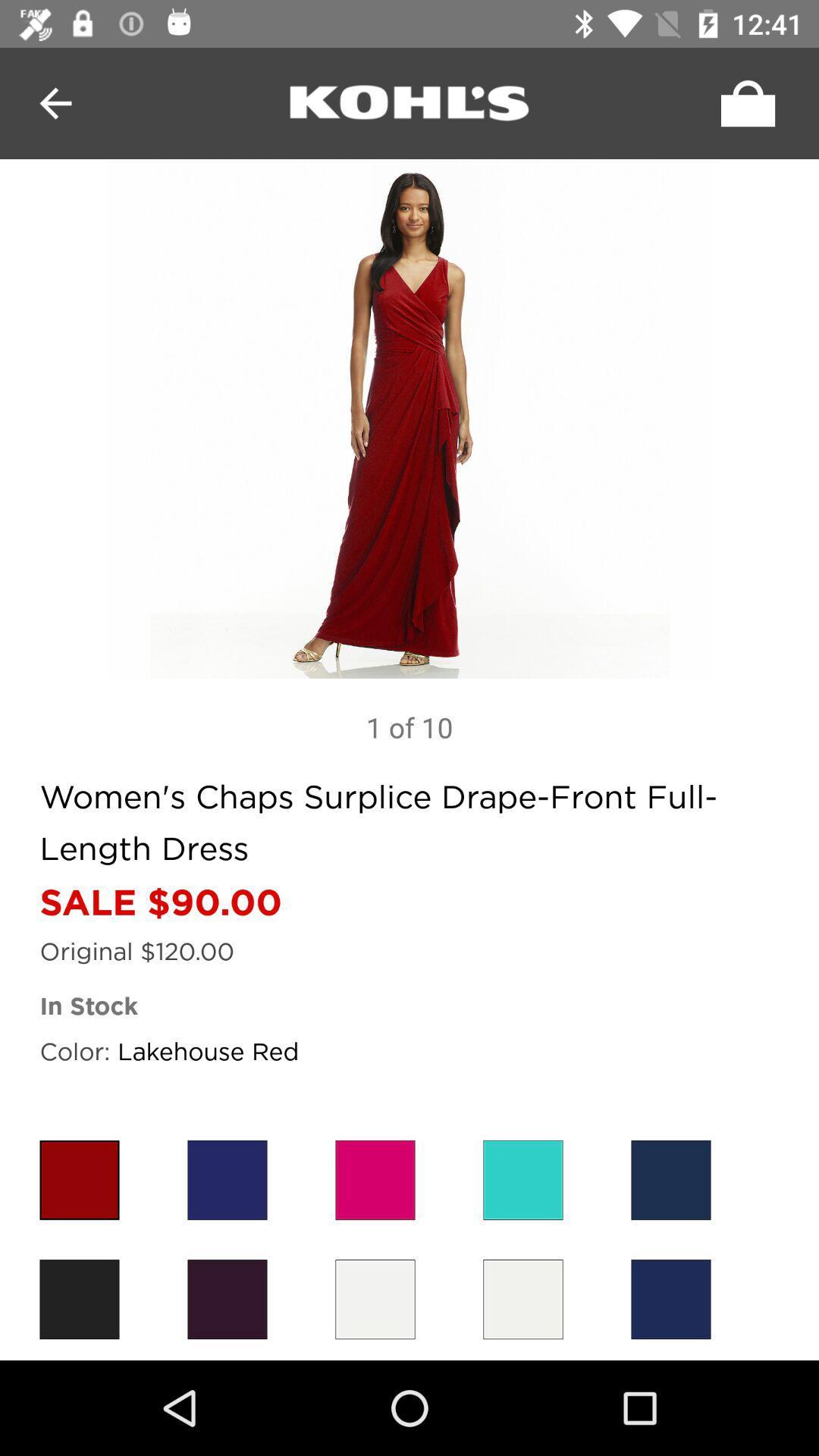 The height and width of the screenshot is (1456, 819). Describe the element at coordinates (227, 1298) in the screenshot. I see `color option` at that location.